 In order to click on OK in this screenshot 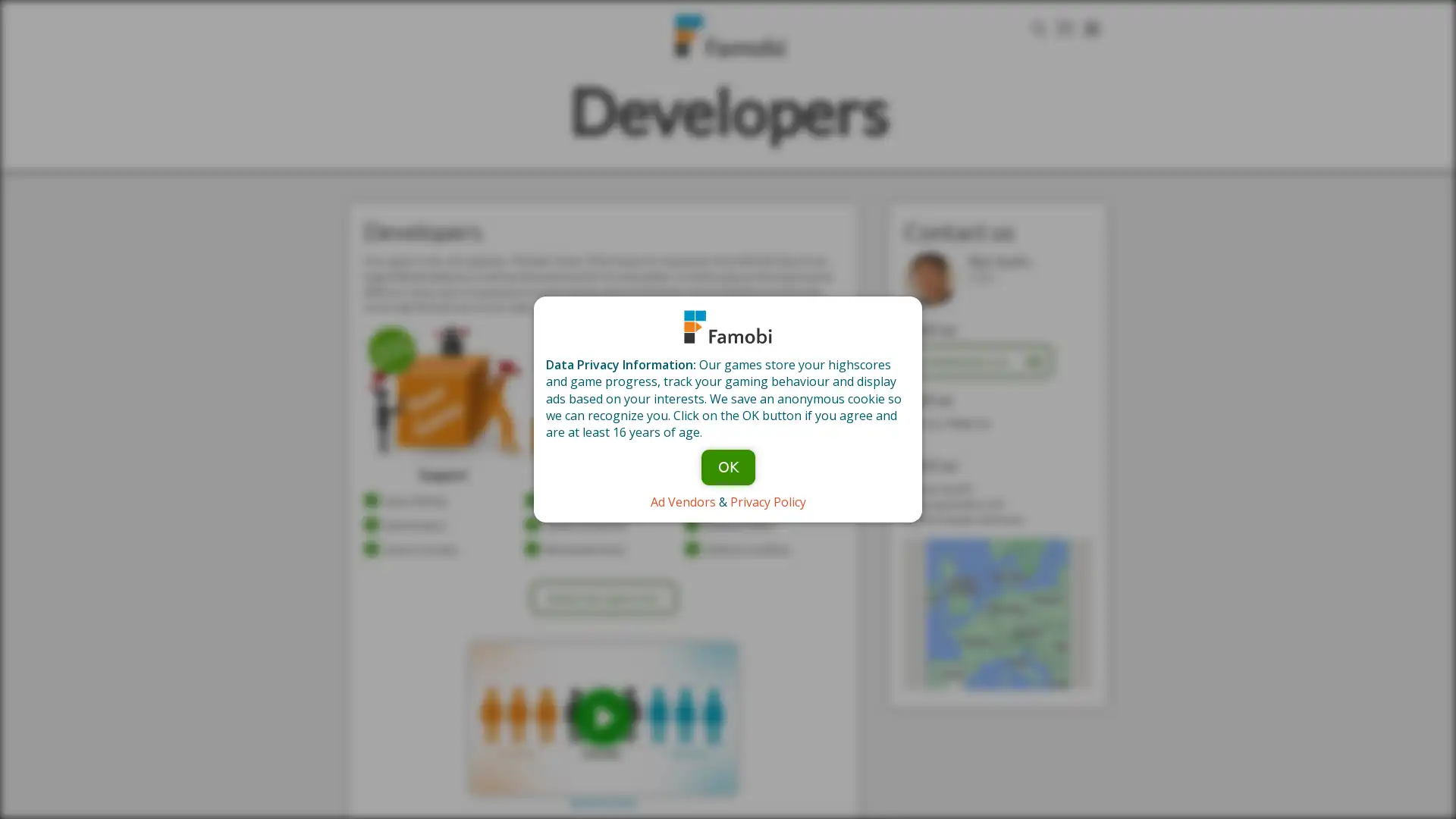, I will do `click(726, 466)`.